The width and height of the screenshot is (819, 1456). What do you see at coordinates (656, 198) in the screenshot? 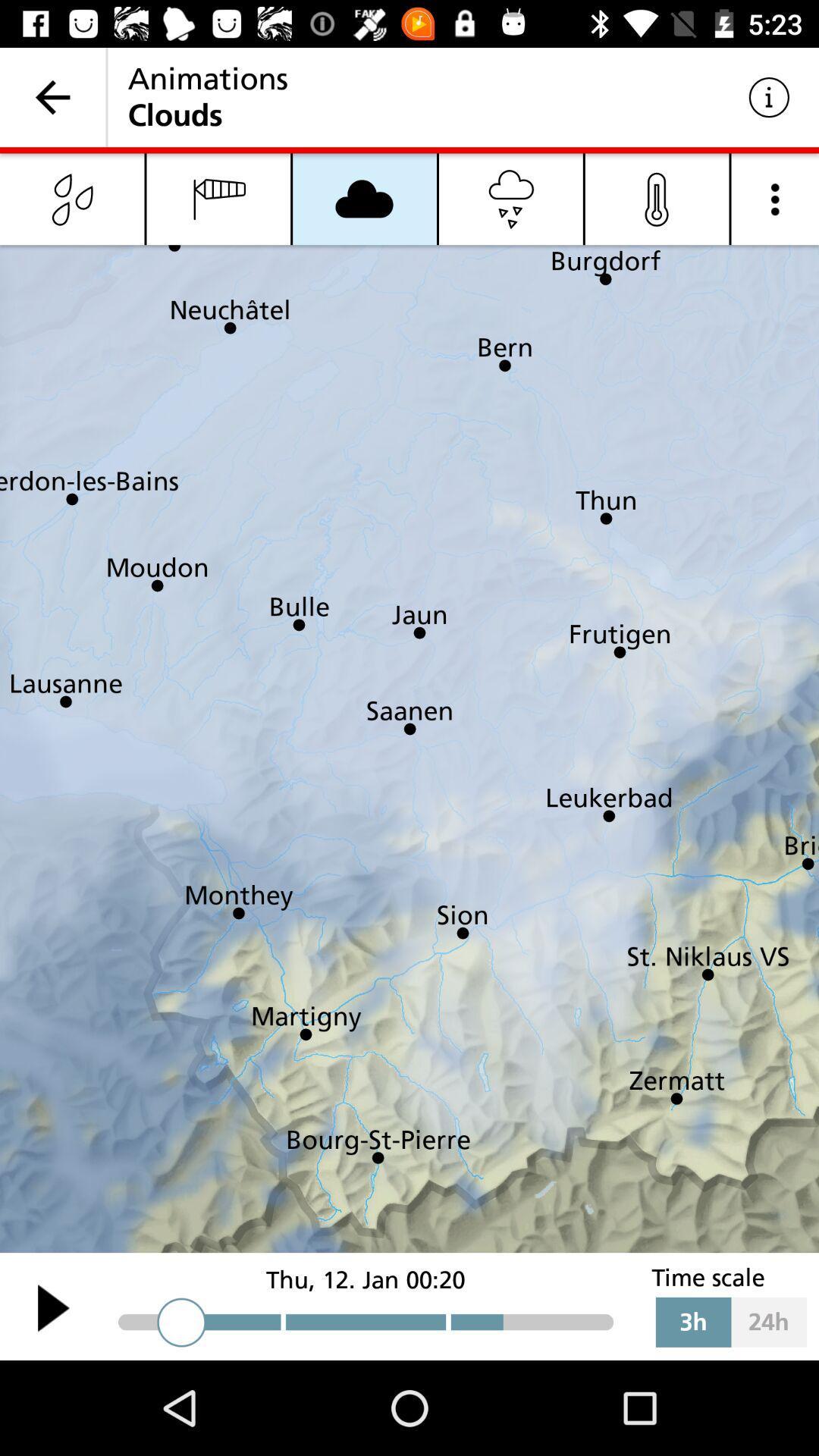
I see `the info icon` at bounding box center [656, 198].